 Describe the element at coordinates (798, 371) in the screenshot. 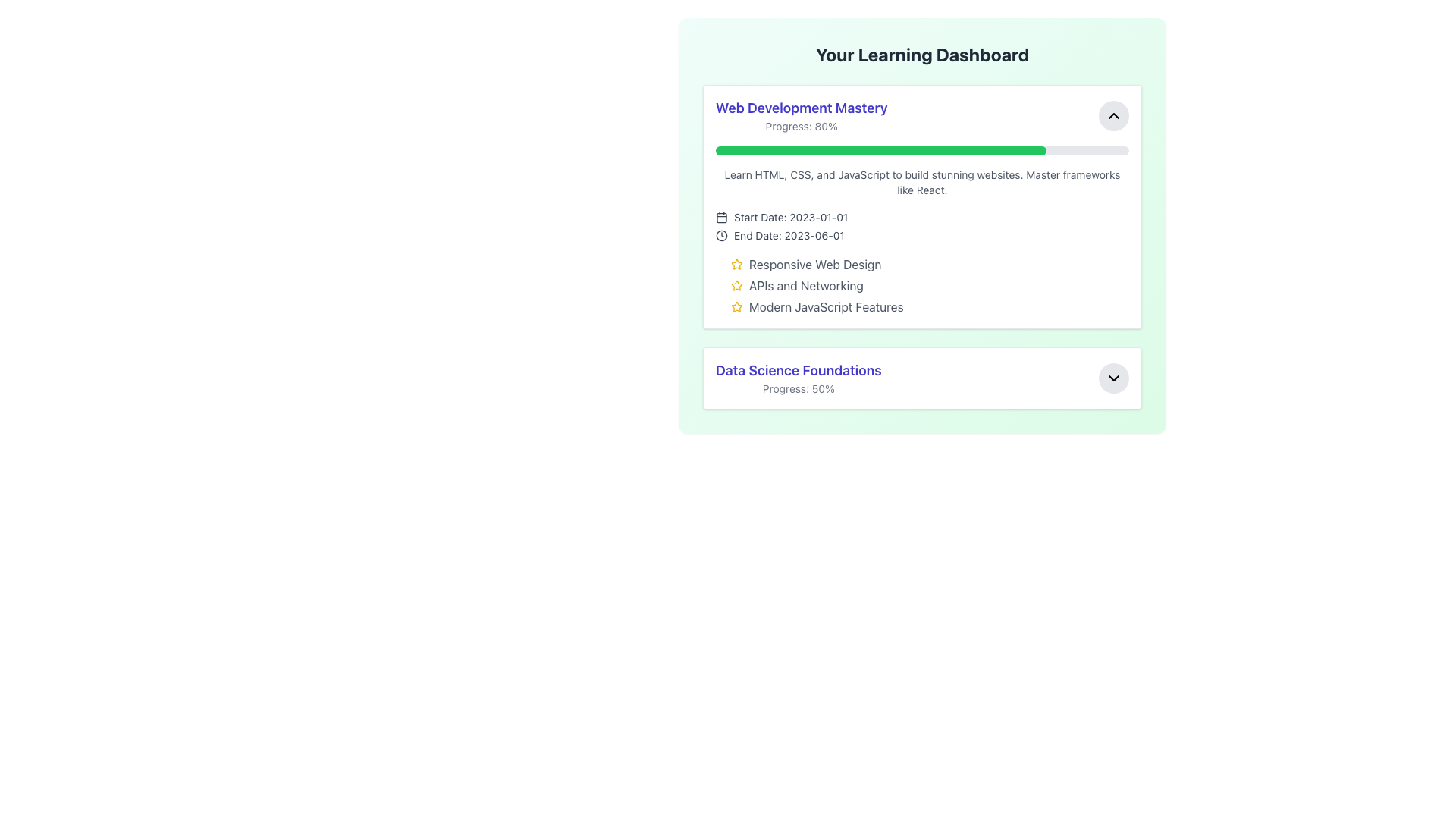

I see `text label titled 'Data Science Foundations', which is styled in a bold font and colored indigo, positioned at the center above the progress indicator` at that location.